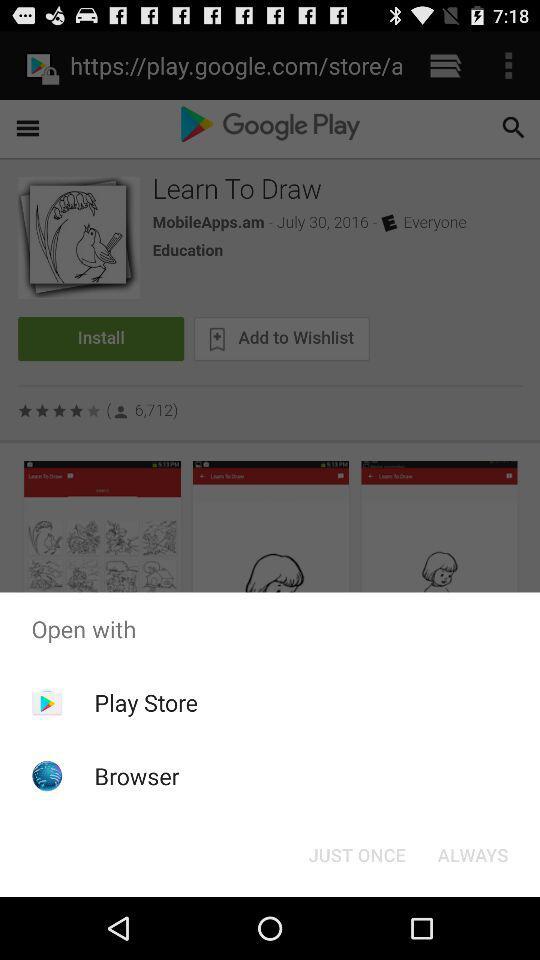 The image size is (540, 960). What do you see at coordinates (136, 775) in the screenshot?
I see `browser` at bounding box center [136, 775].